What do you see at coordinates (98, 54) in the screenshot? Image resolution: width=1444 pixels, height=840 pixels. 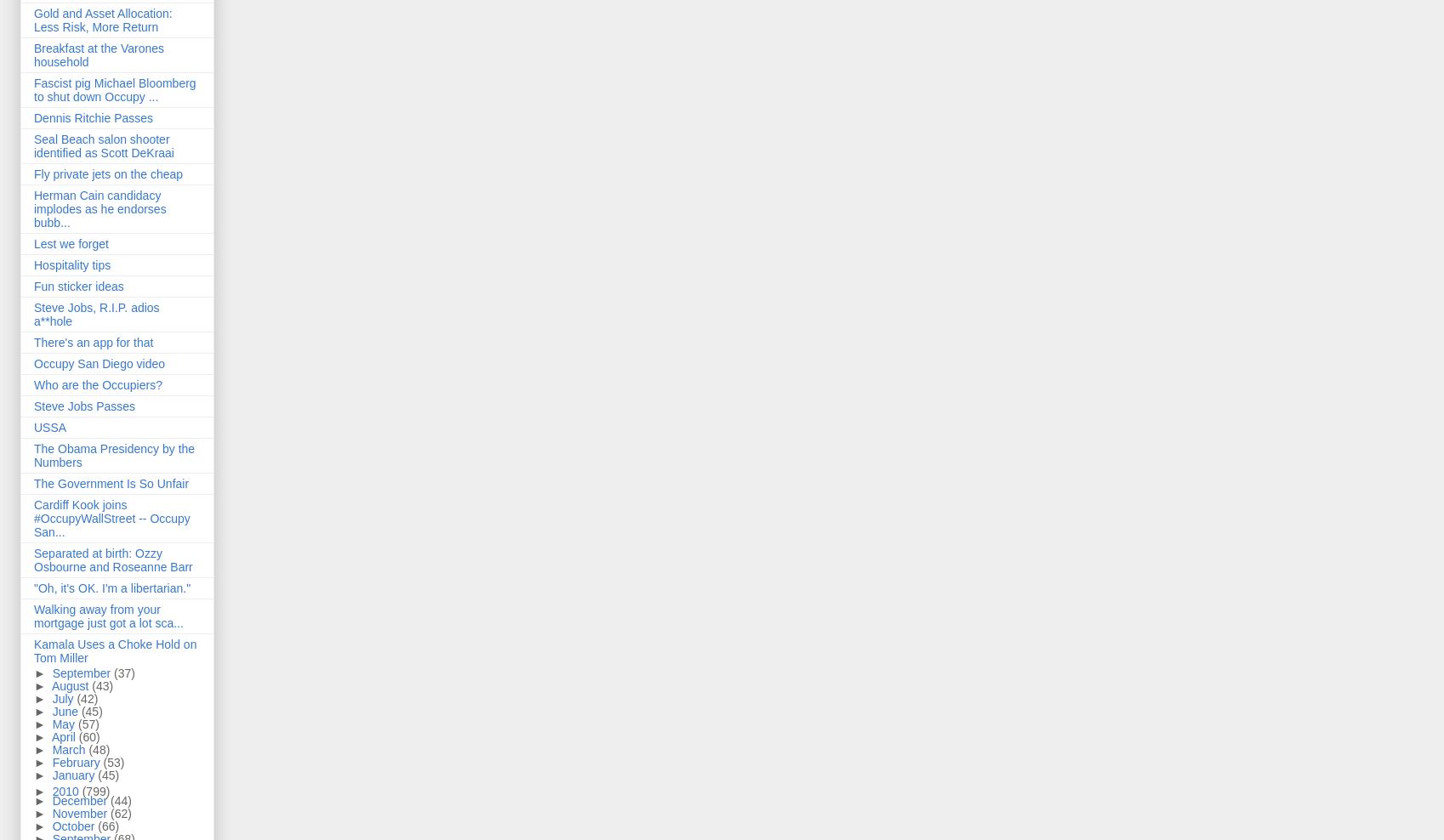 I see `'Breakfast at the Varones household'` at bounding box center [98, 54].